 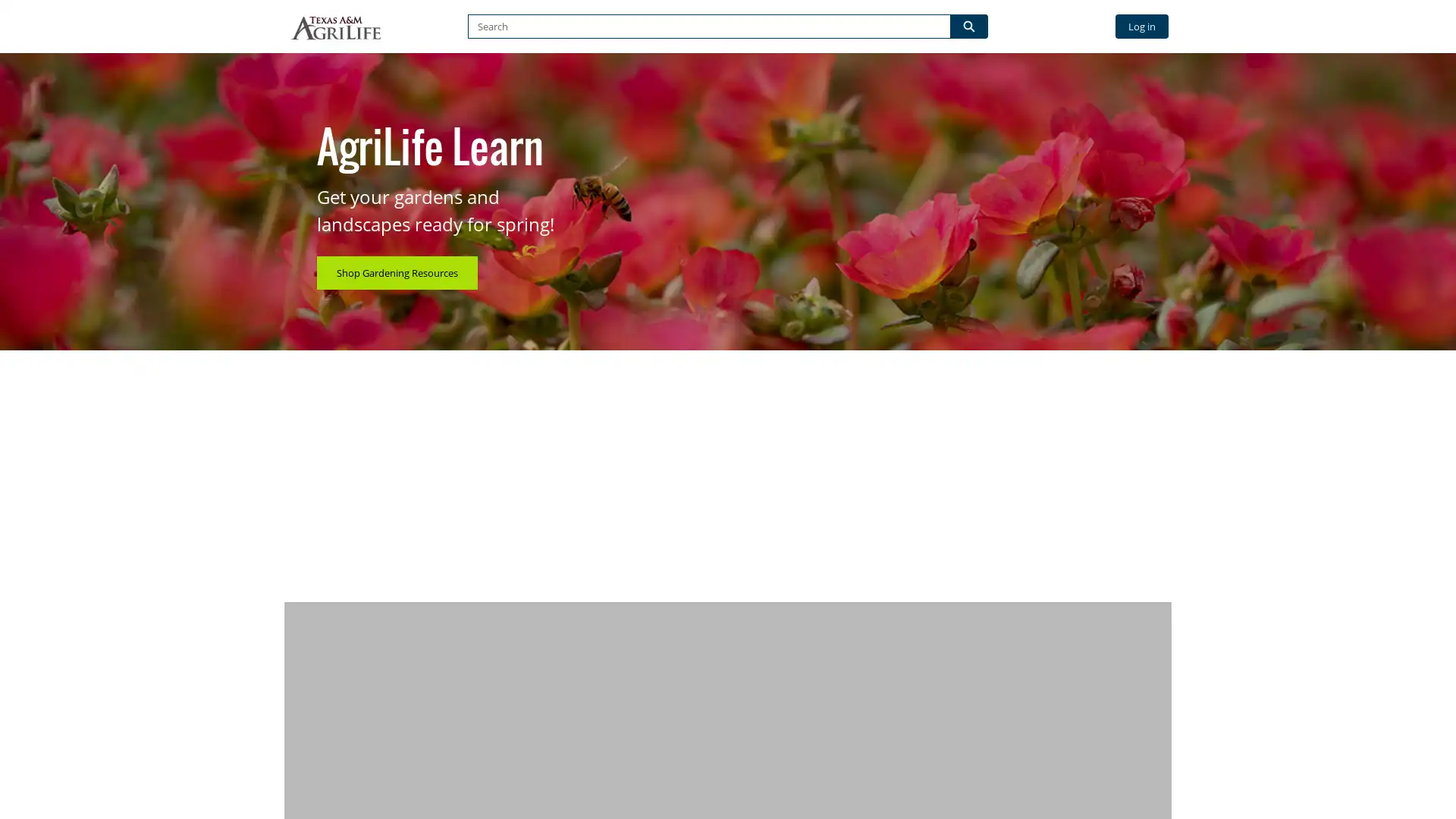 I want to click on Search, so click(x=968, y=26).